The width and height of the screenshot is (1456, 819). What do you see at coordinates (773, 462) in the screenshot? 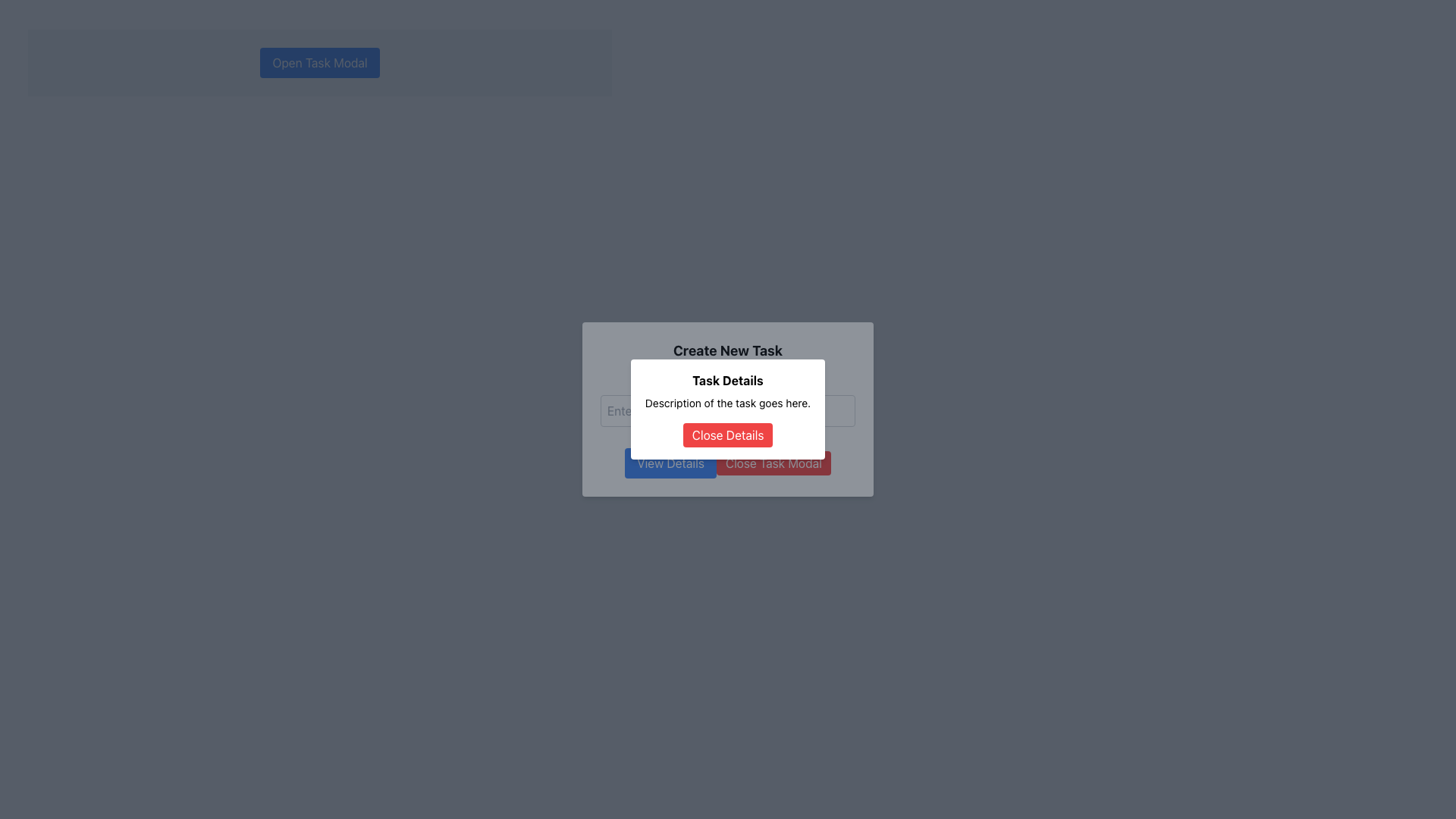
I see `the button located at the bottom-right area of the modal dialog` at bounding box center [773, 462].